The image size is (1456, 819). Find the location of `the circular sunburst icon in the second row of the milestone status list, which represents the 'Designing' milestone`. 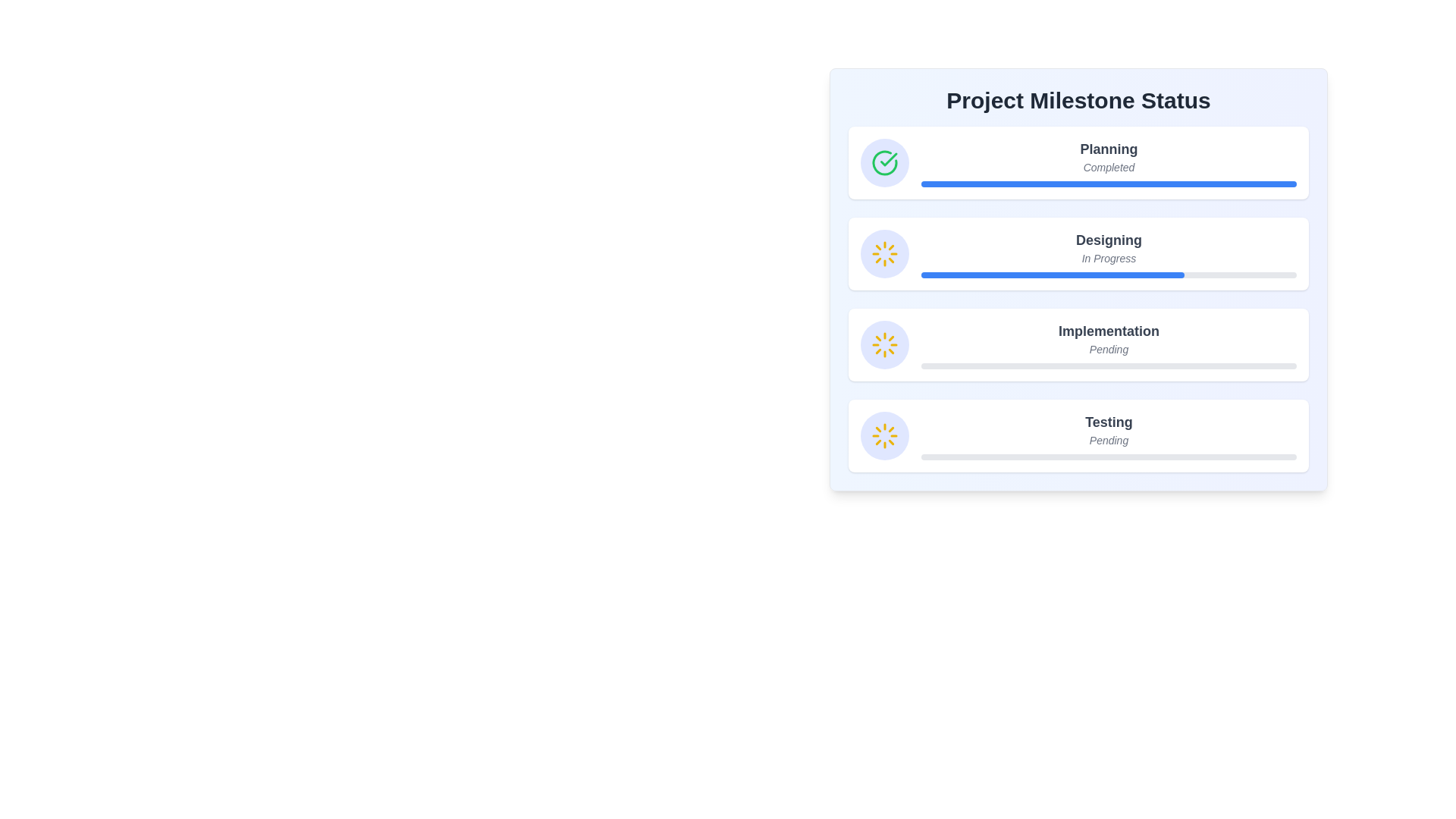

the circular sunburst icon in the second row of the milestone status list, which represents the 'Designing' milestone is located at coordinates (884, 253).